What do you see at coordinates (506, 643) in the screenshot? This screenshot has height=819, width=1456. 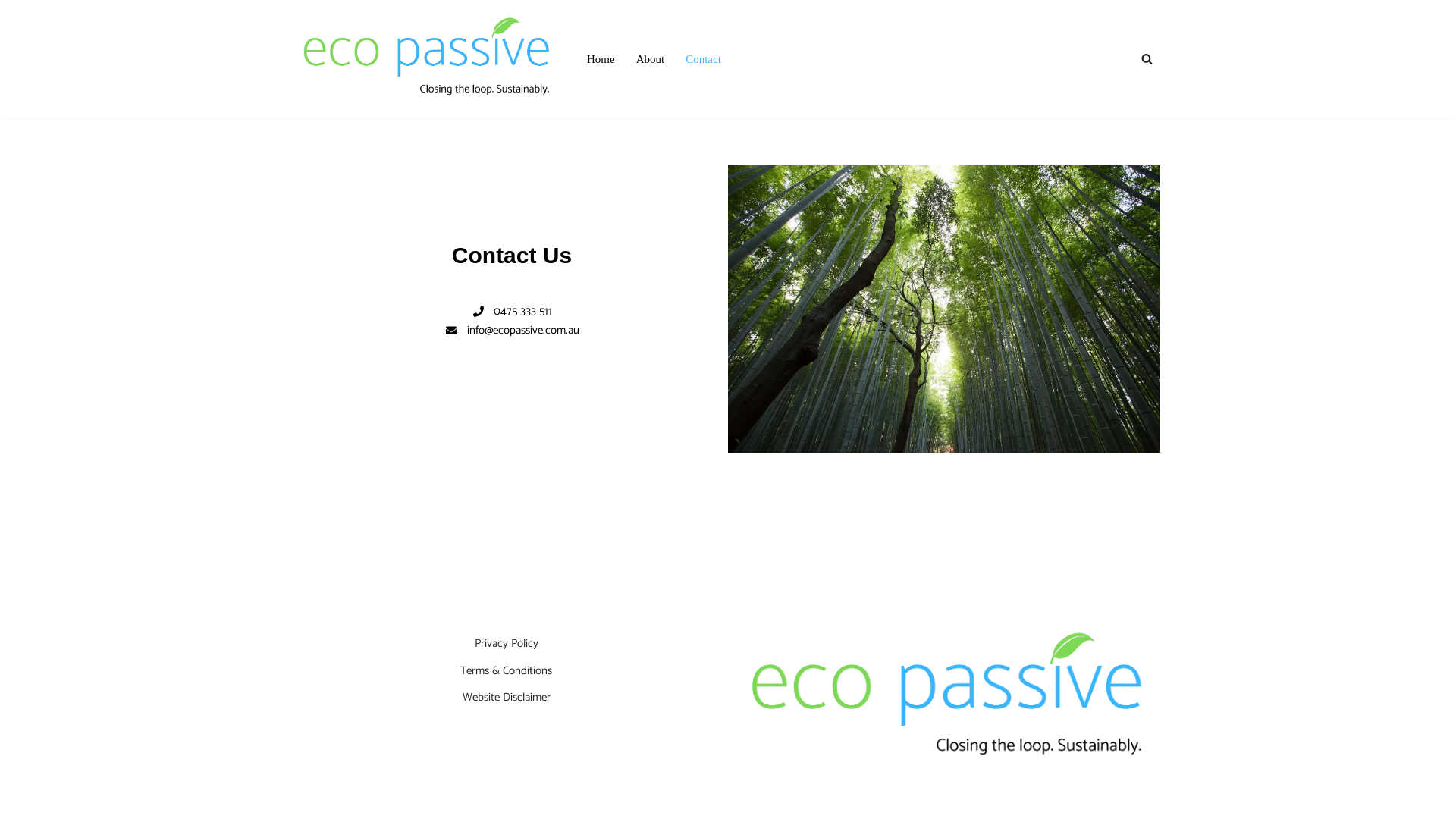 I see `'Privacy Policy'` at bounding box center [506, 643].